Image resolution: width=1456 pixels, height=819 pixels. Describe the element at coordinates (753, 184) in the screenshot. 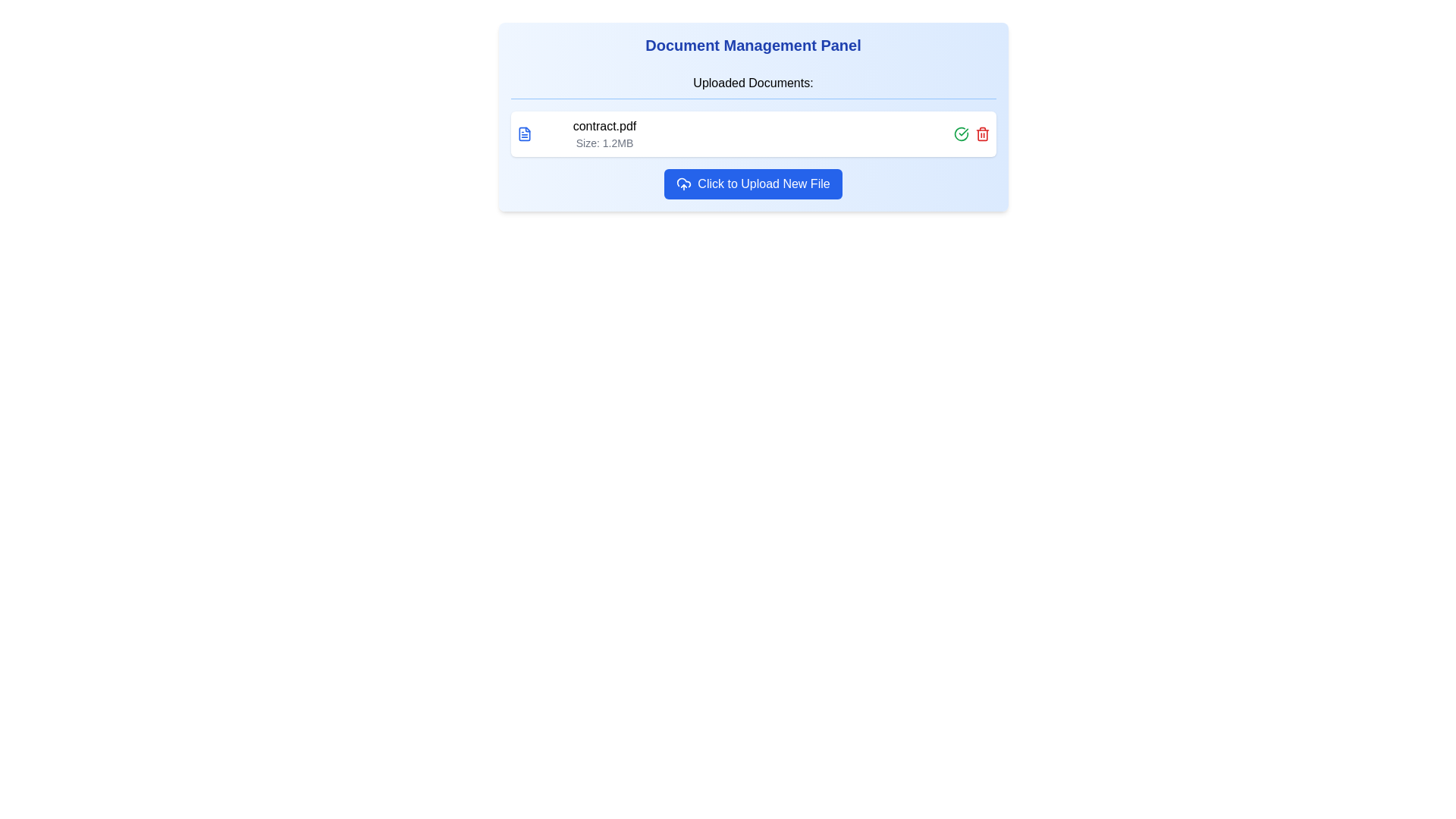

I see `the distinct upload button located at the bottom of the 'Document Management Panel' section` at that location.